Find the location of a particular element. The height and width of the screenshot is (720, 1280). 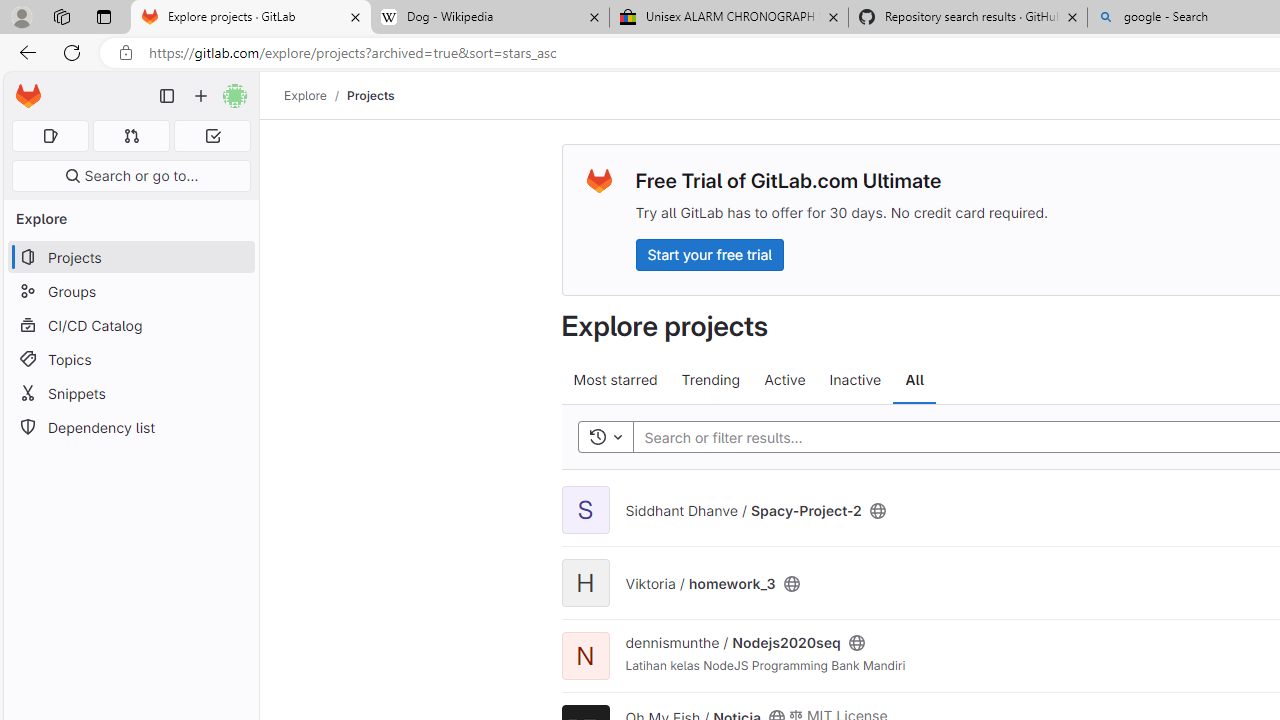

'S' is located at coordinates (584, 509).